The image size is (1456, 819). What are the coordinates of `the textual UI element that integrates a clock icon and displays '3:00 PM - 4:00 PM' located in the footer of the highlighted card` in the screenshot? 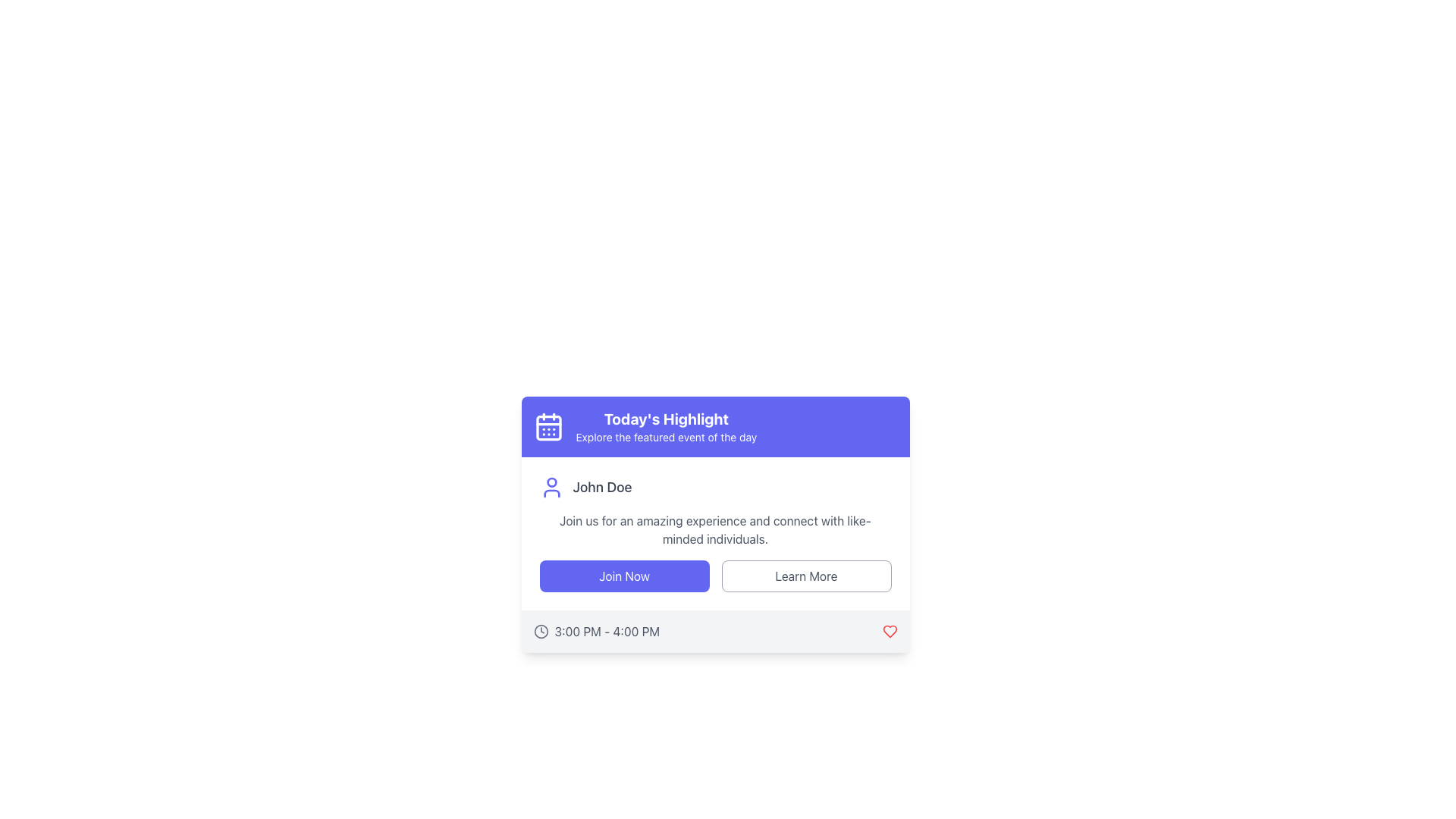 It's located at (595, 632).